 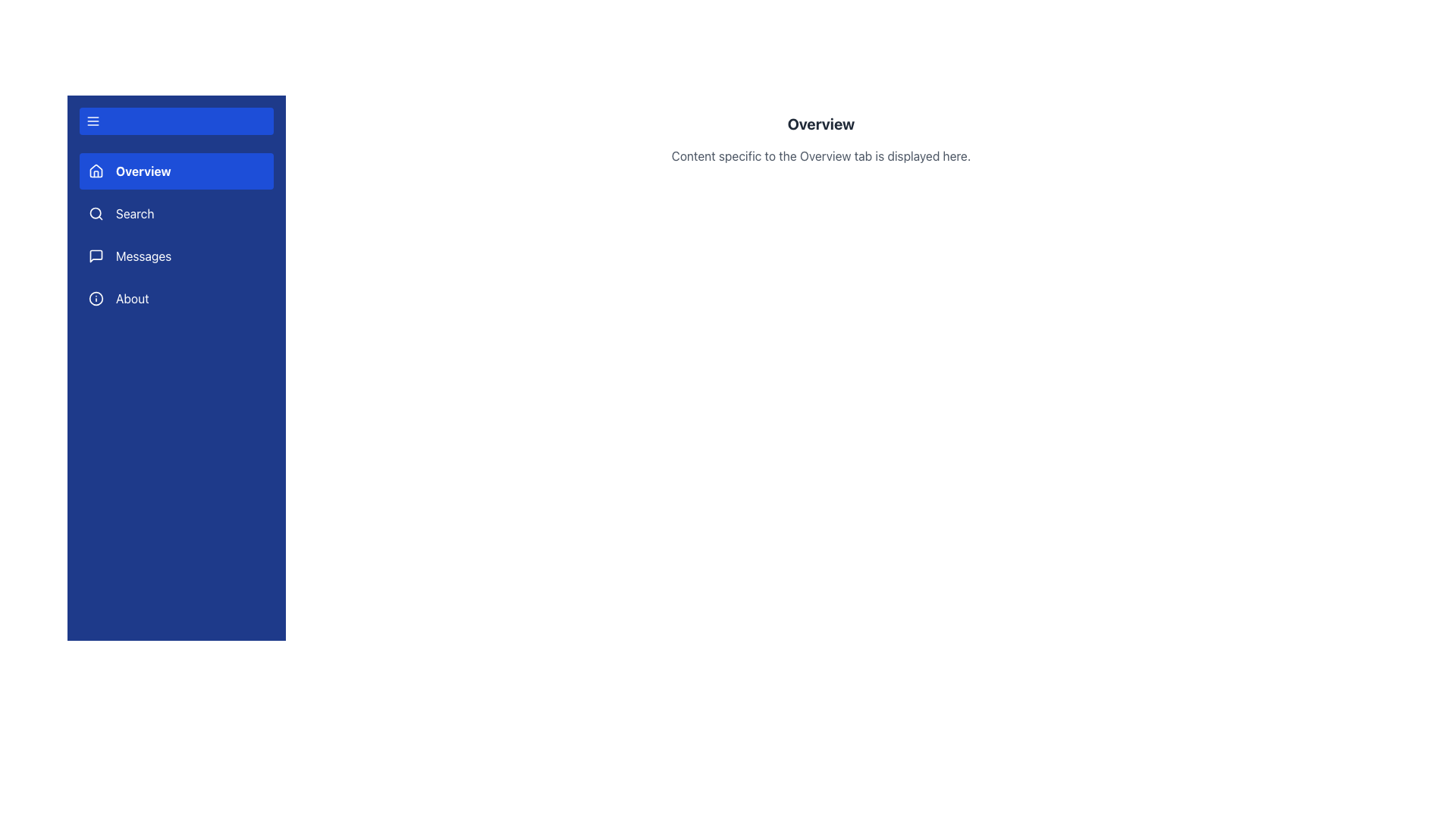 What do you see at coordinates (95, 298) in the screenshot?
I see `the circular element within the 'About' menu item in the vertical navigation bar, which is represented by an SVG icon with a blue background and white foreground` at bounding box center [95, 298].